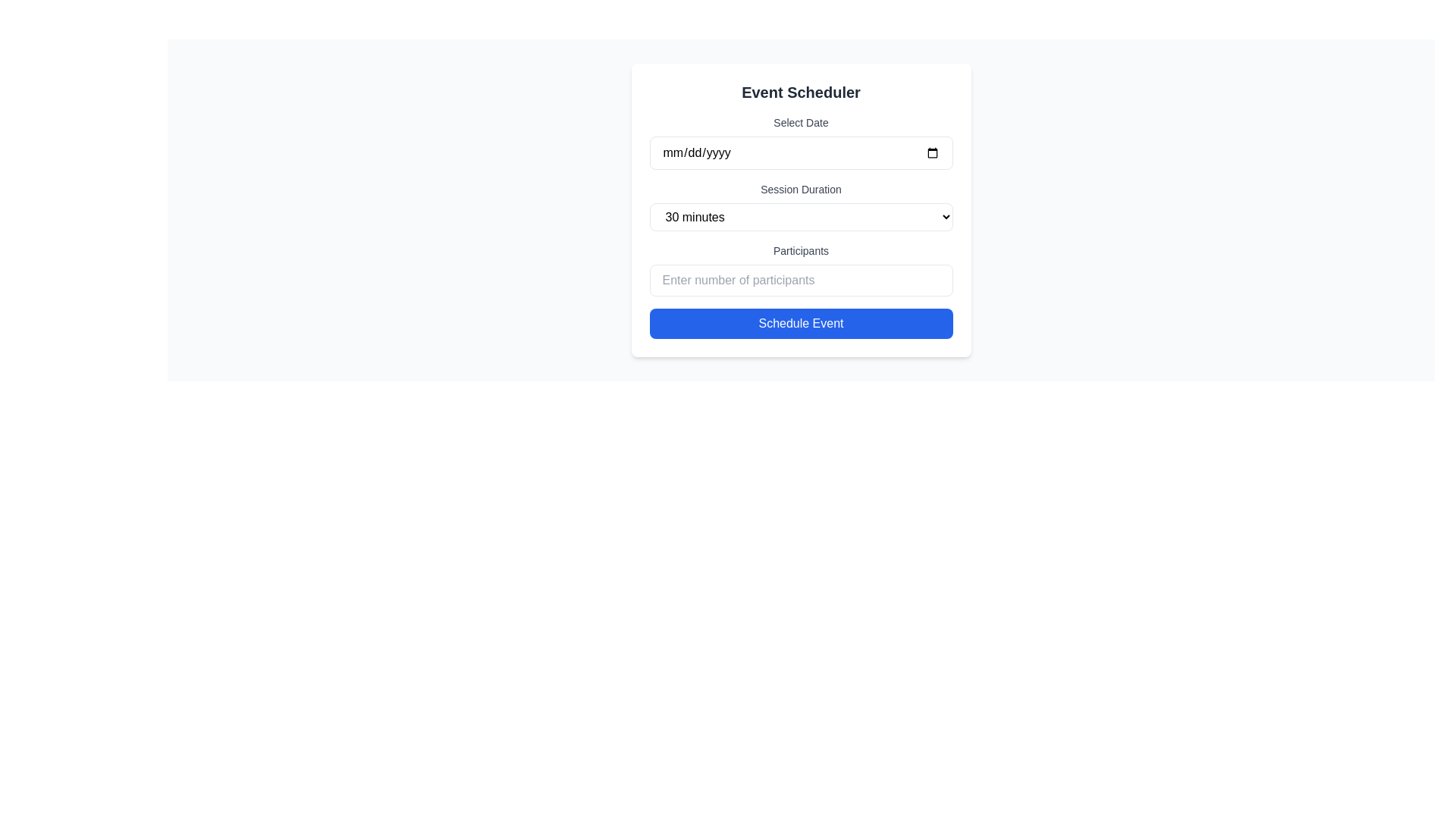  I want to click on an option from the Dropdown menu located below the 'Session Duration' label and above the 'Participants' text input field, so click(800, 217).